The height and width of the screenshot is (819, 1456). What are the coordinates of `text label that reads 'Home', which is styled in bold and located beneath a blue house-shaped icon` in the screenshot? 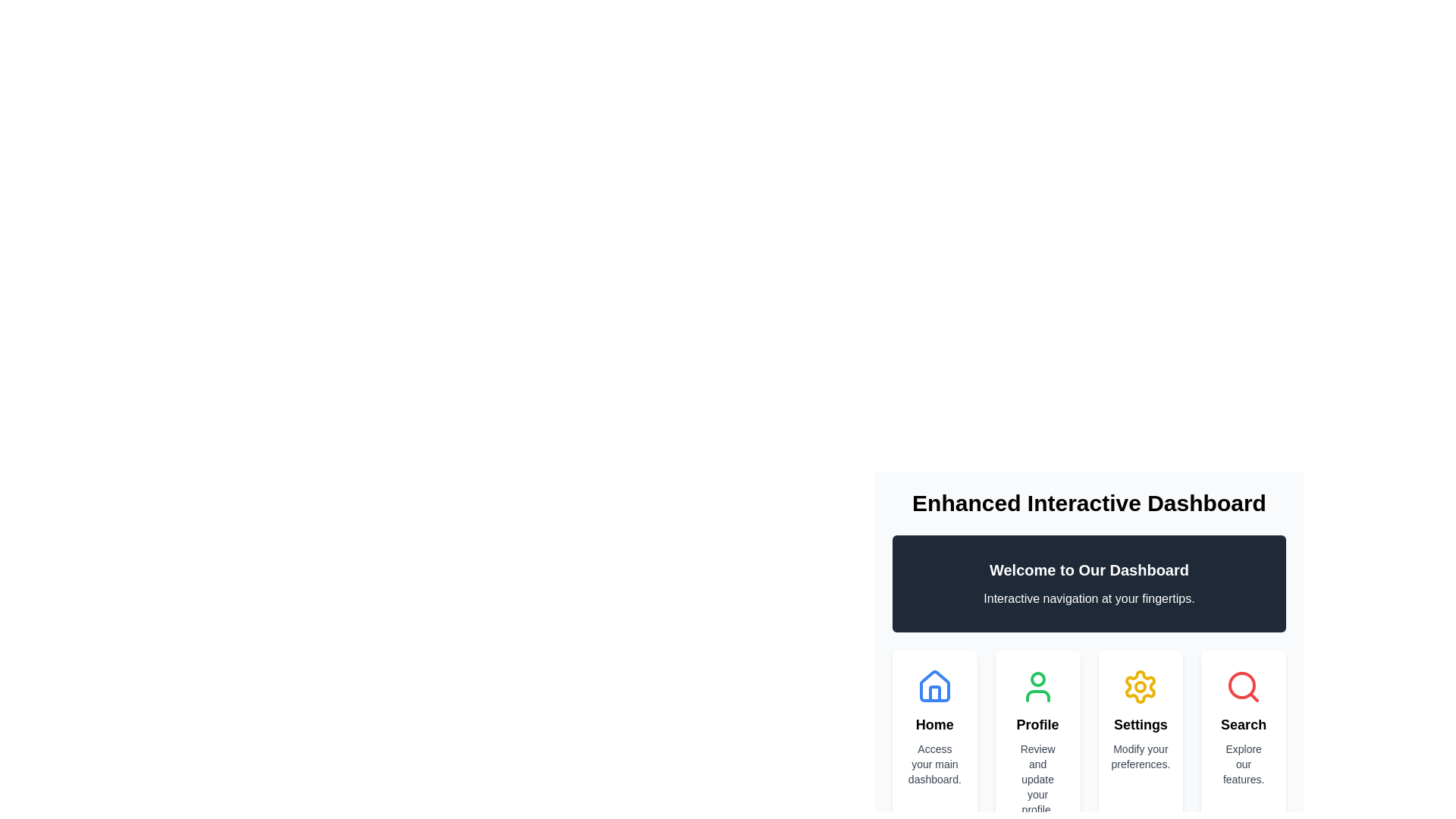 It's located at (934, 724).